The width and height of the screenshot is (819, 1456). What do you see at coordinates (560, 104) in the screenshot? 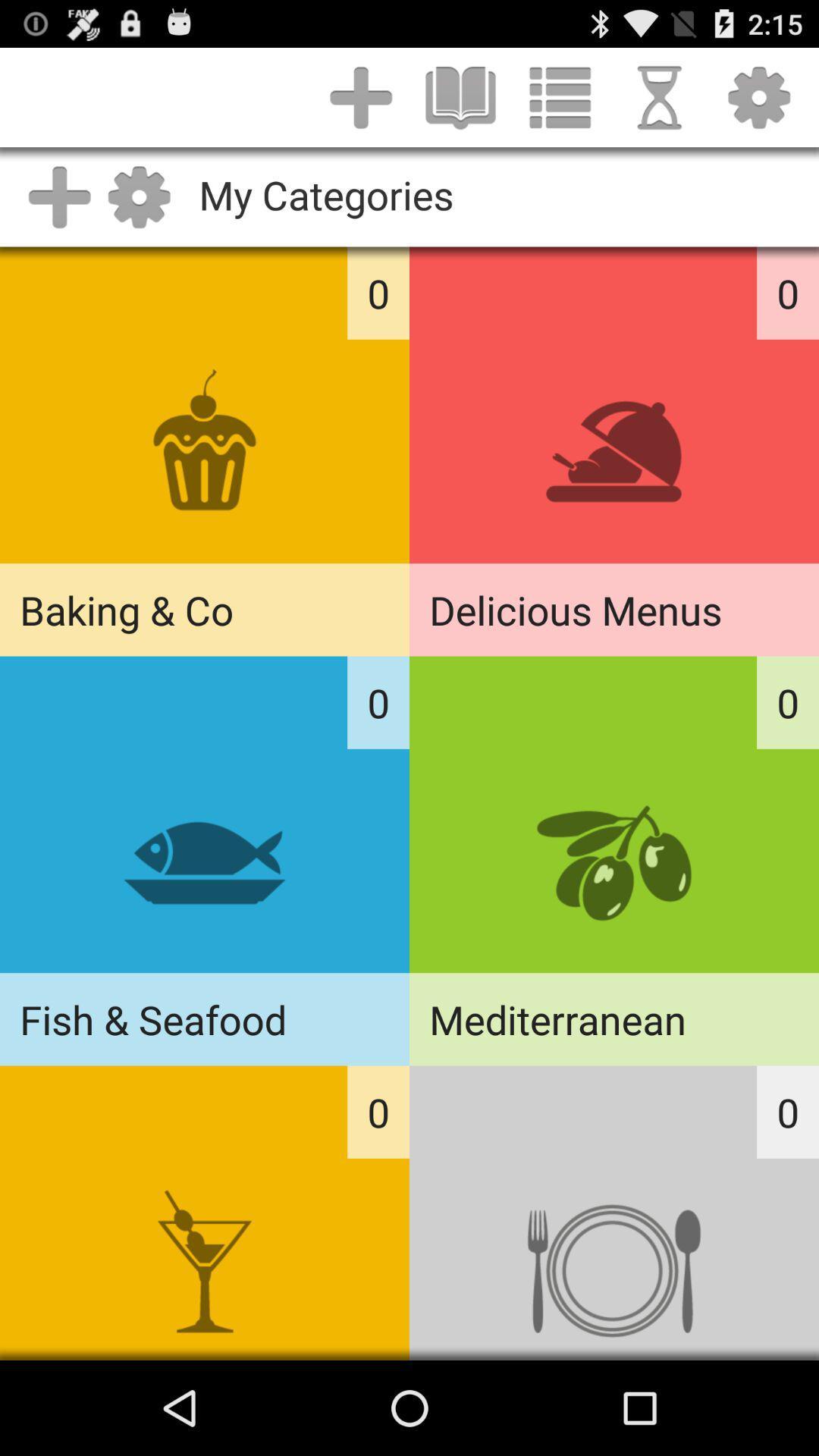
I see `the list icon` at bounding box center [560, 104].